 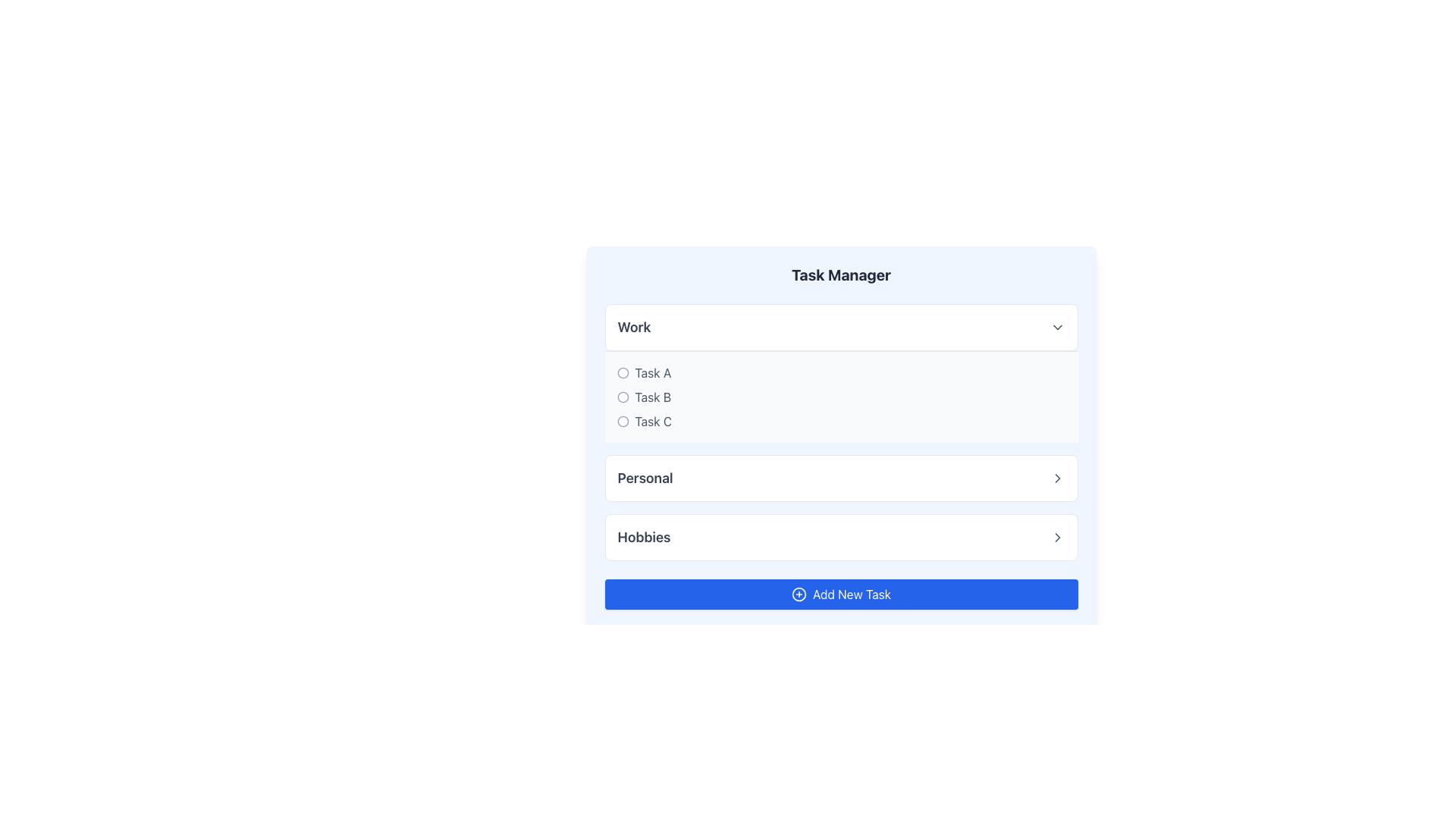 What do you see at coordinates (1056, 537) in the screenshot?
I see `the right-facing gray chevron icon located in the 'Hobbies' section` at bounding box center [1056, 537].